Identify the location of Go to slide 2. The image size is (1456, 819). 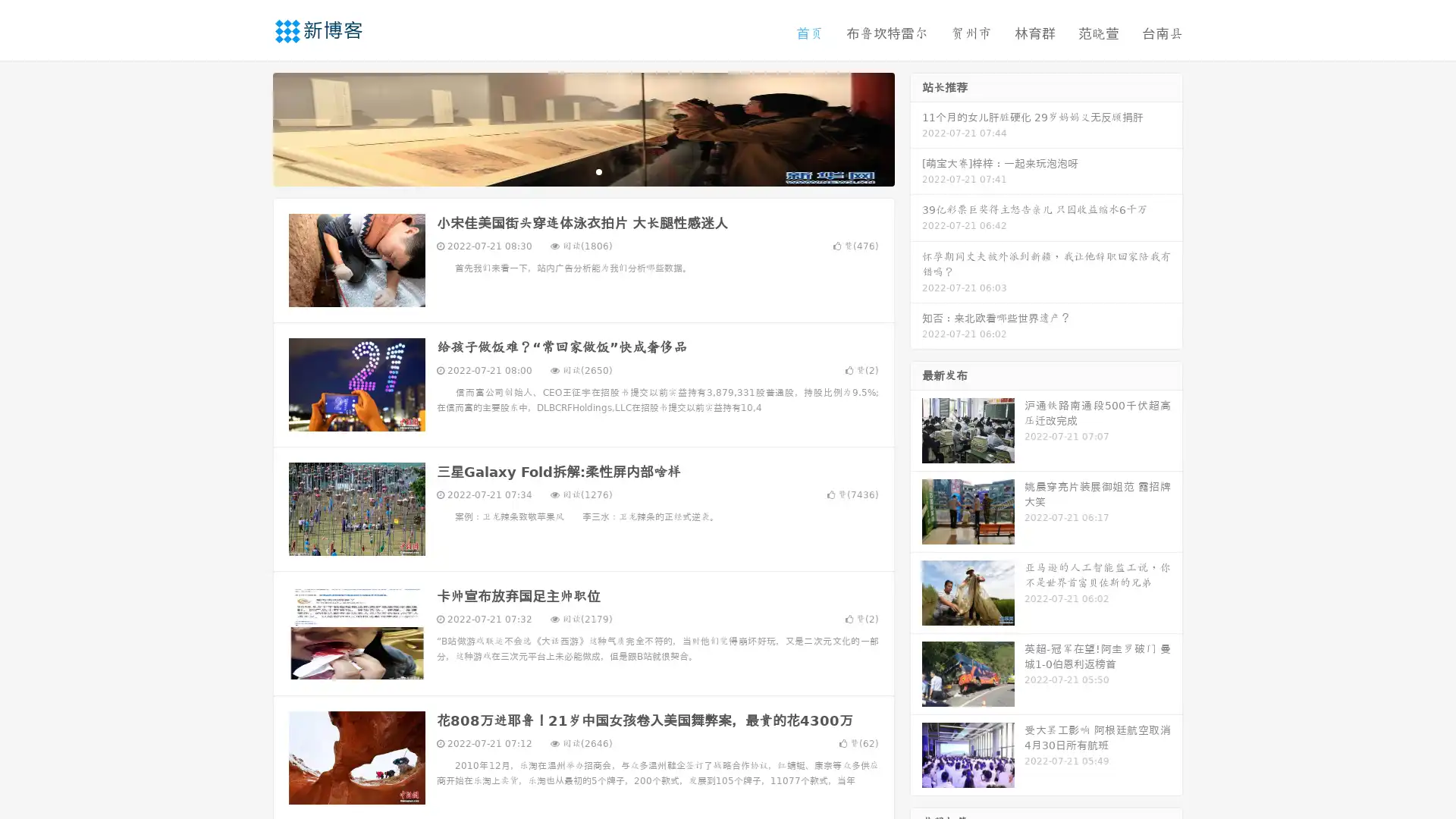
(582, 171).